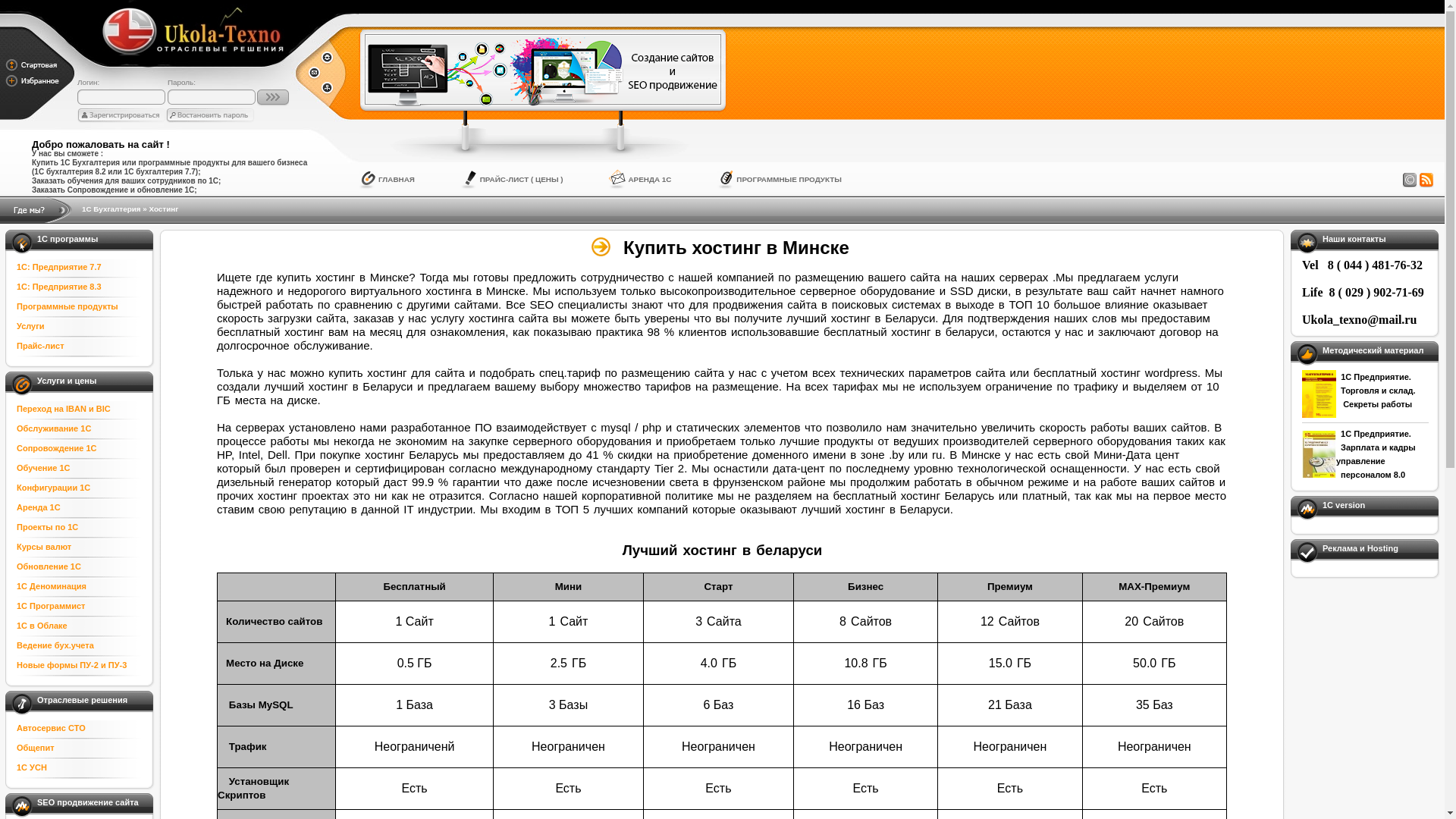 Image resolution: width=1456 pixels, height=819 pixels. Describe the element at coordinates (1426, 180) in the screenshot. I see `'RSS 2.0'` at that location.